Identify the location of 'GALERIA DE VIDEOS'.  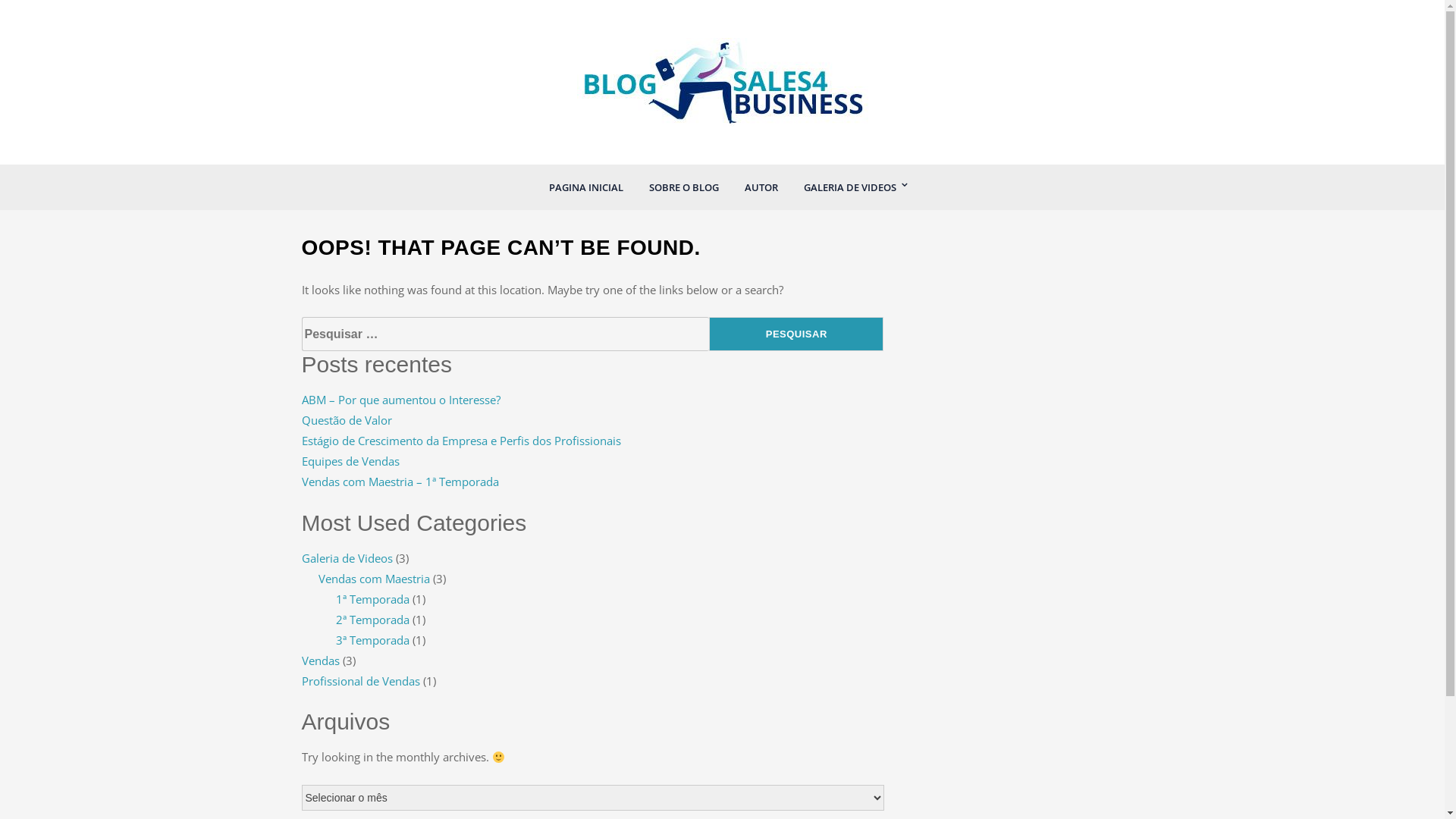
(848, 186).